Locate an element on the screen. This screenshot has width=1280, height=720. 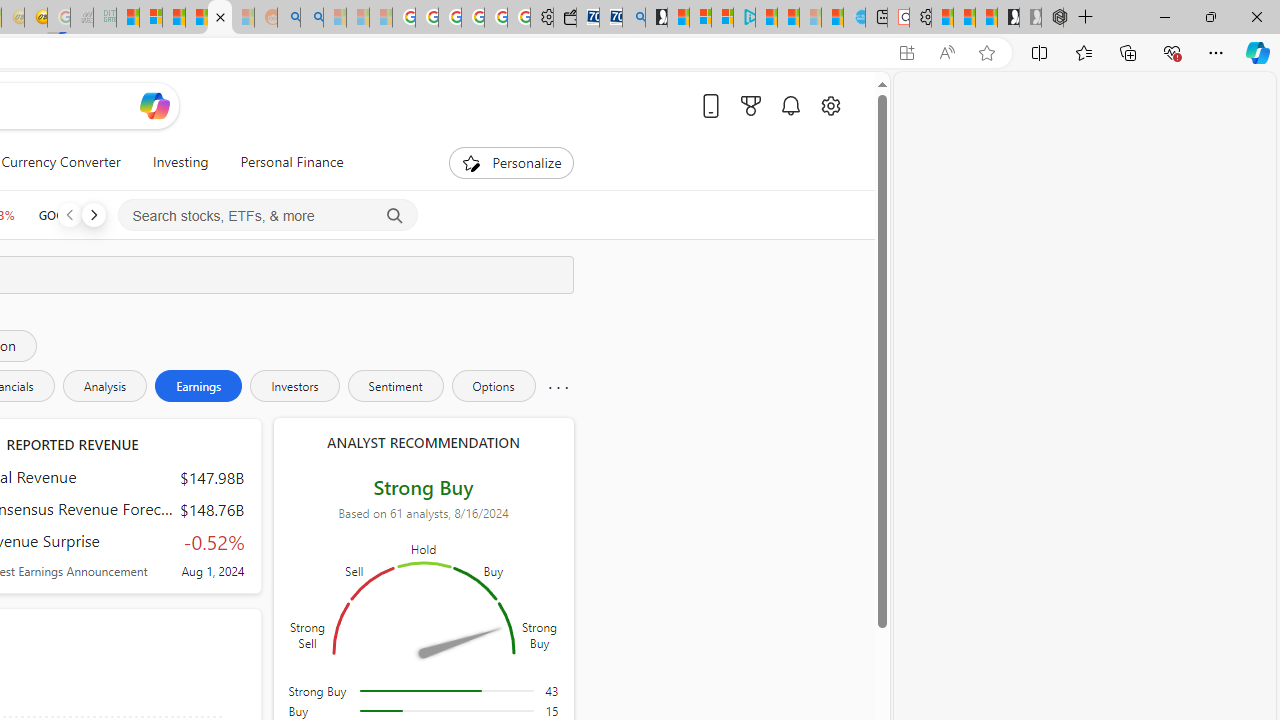
'Navy Quest' is located at coordinates (80, 17).